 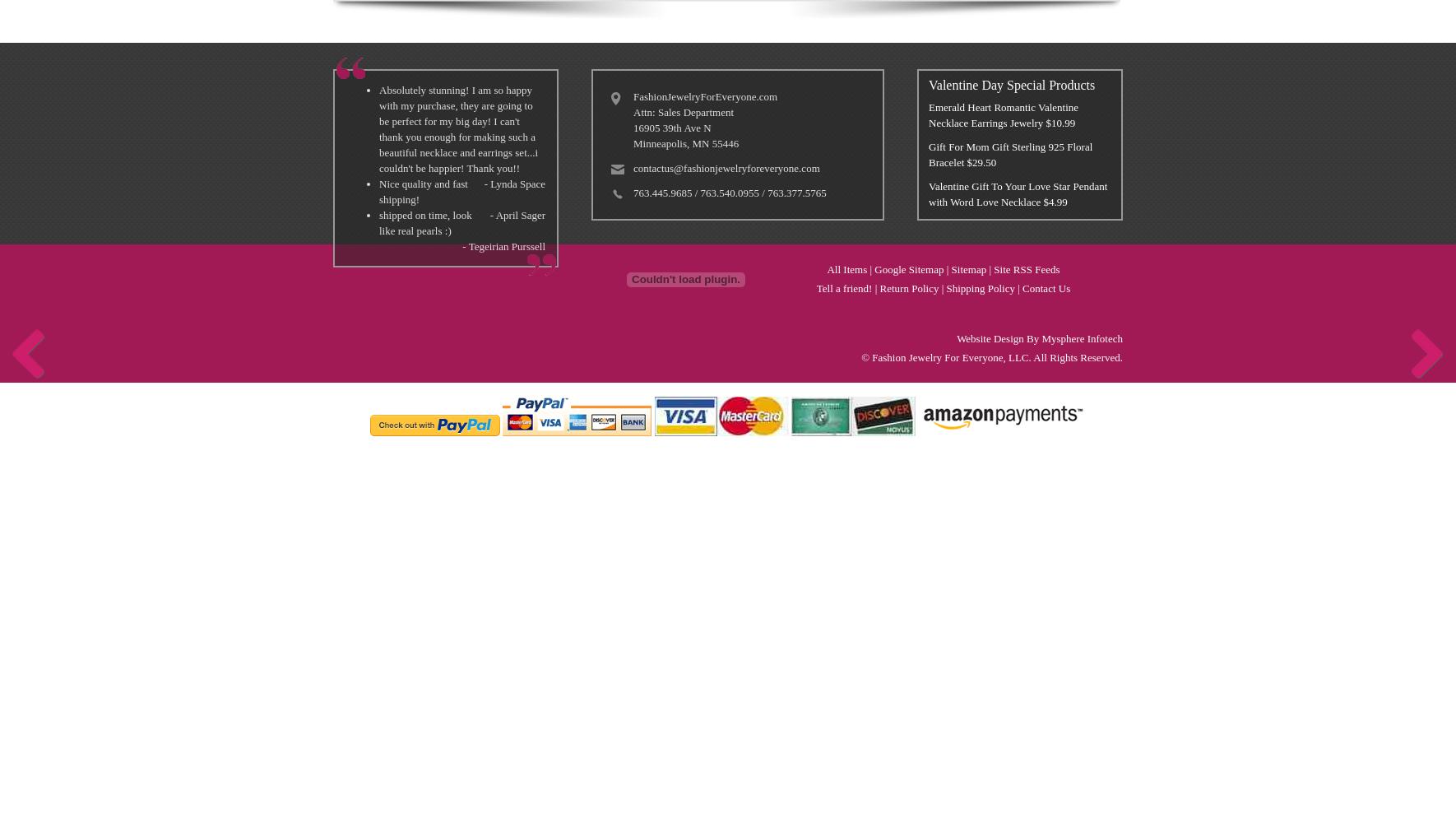 I want to click on 'Valentine Day Special Products', so click(x=1010, y=84).